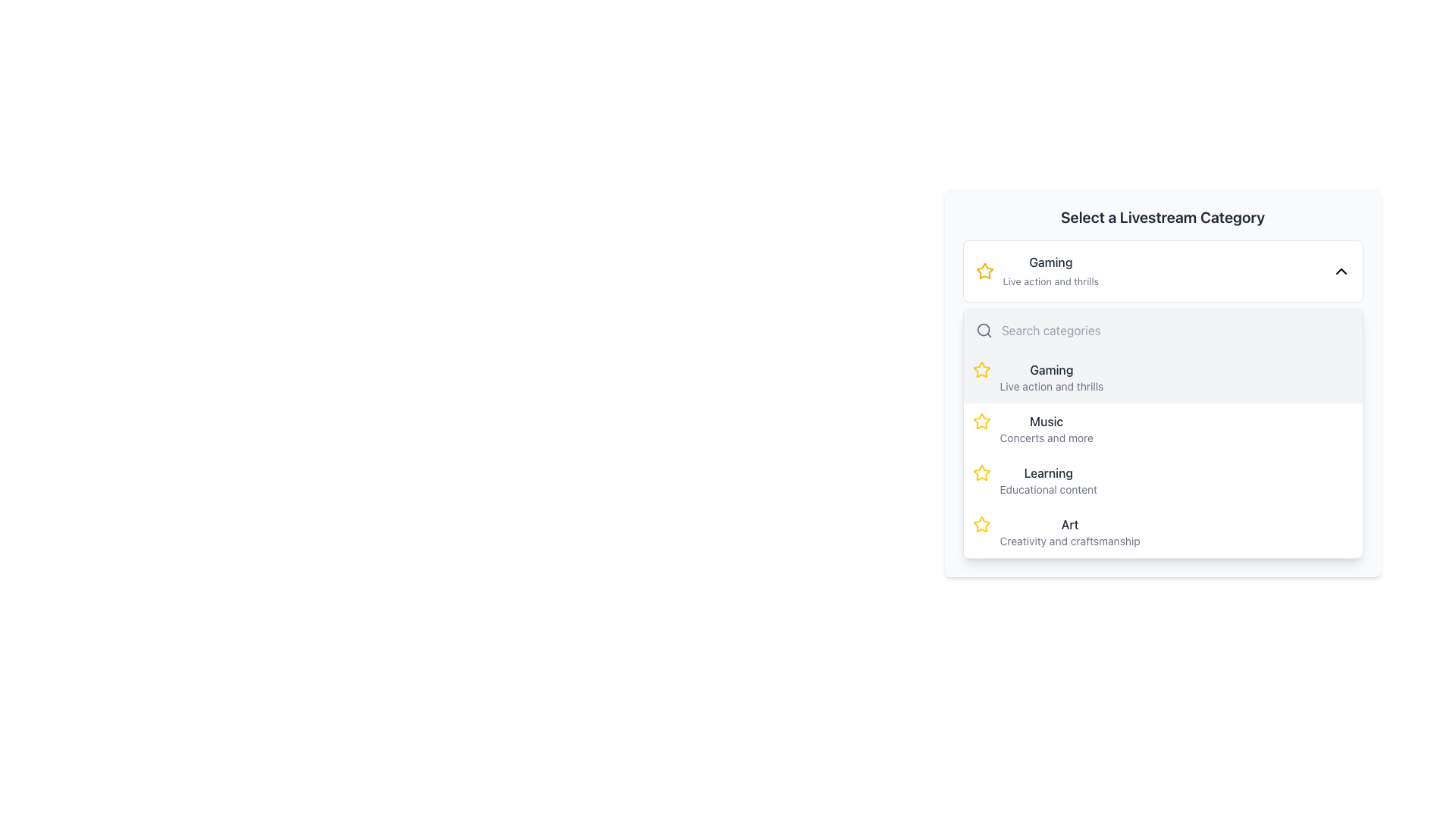 This screenshot has height=819, width=1456. What do you see at coordinates (1162, 429) in the screenshot?
I see `the 'Music' option in the dropdown menu of the 'Select a Livestream Category' section` at bounding box center [1162, 429].